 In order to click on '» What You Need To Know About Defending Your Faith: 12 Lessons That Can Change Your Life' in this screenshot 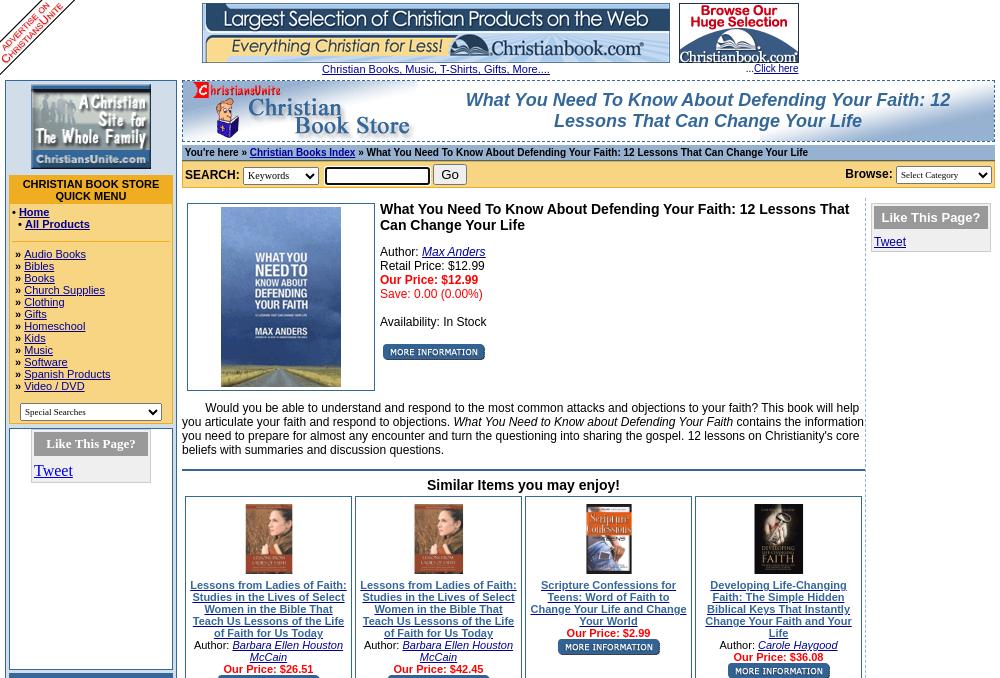, I will do `click(580, 151)`.